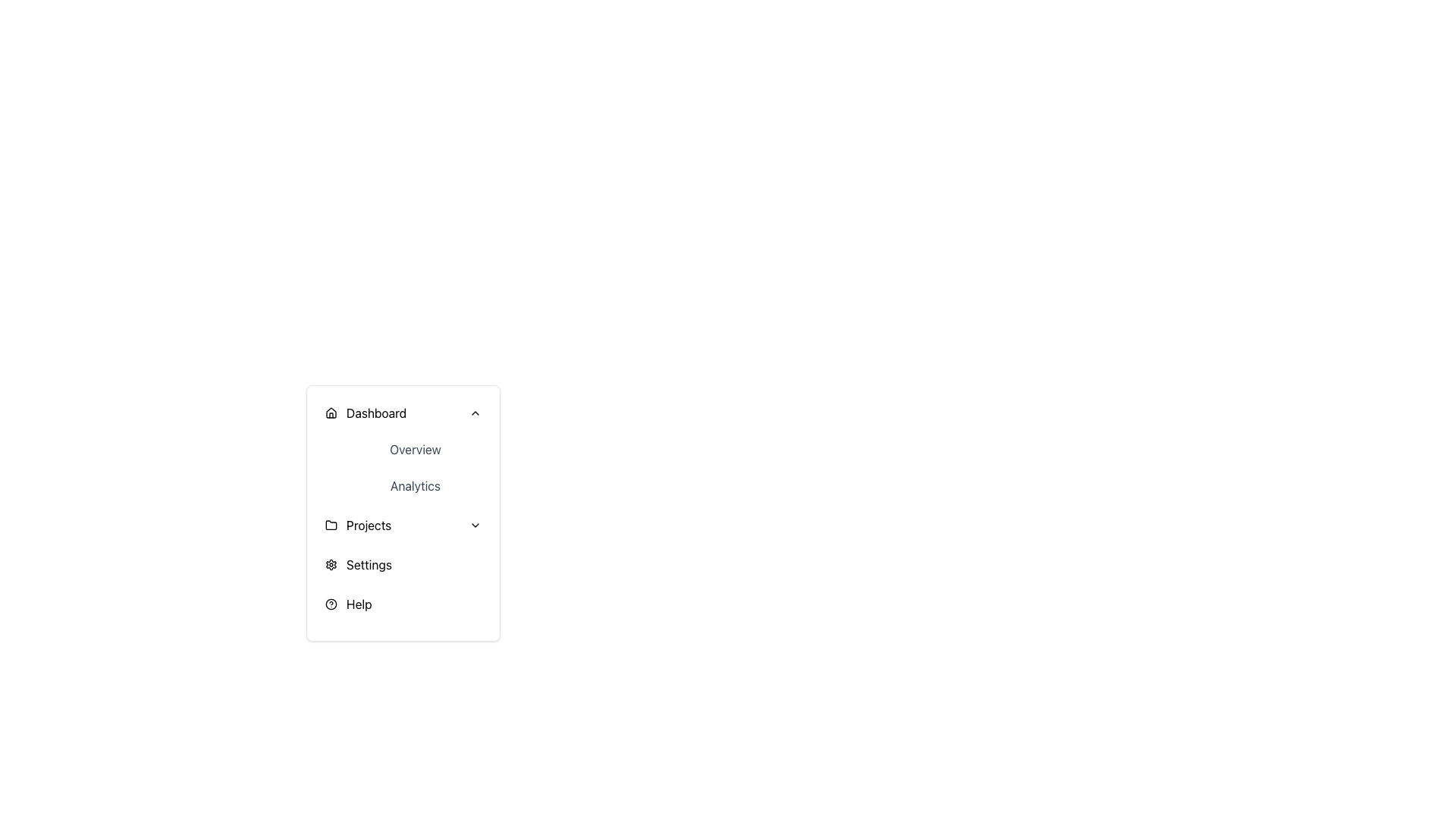  What do you see at coordinates (330, 413) in the screenshot?
I see `the small house icon located to the left of the 'Dashboard' text in the vertical menu` at bounding box center [330, 413].